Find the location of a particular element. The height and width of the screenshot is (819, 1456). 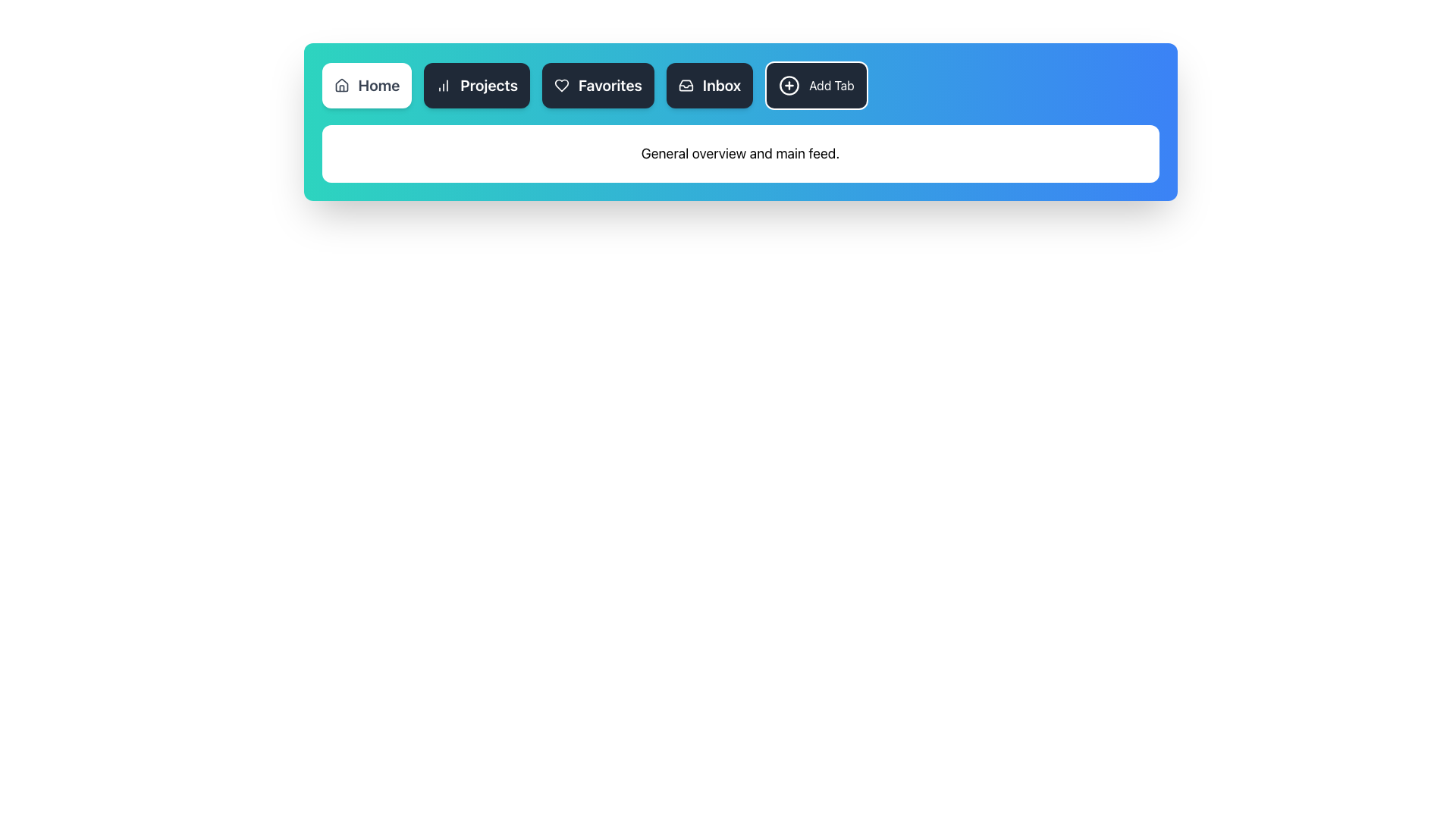

the 'Favorites' button, which is a prominently styled button with a dark gray background and white text is located at coordinates (597, 85).